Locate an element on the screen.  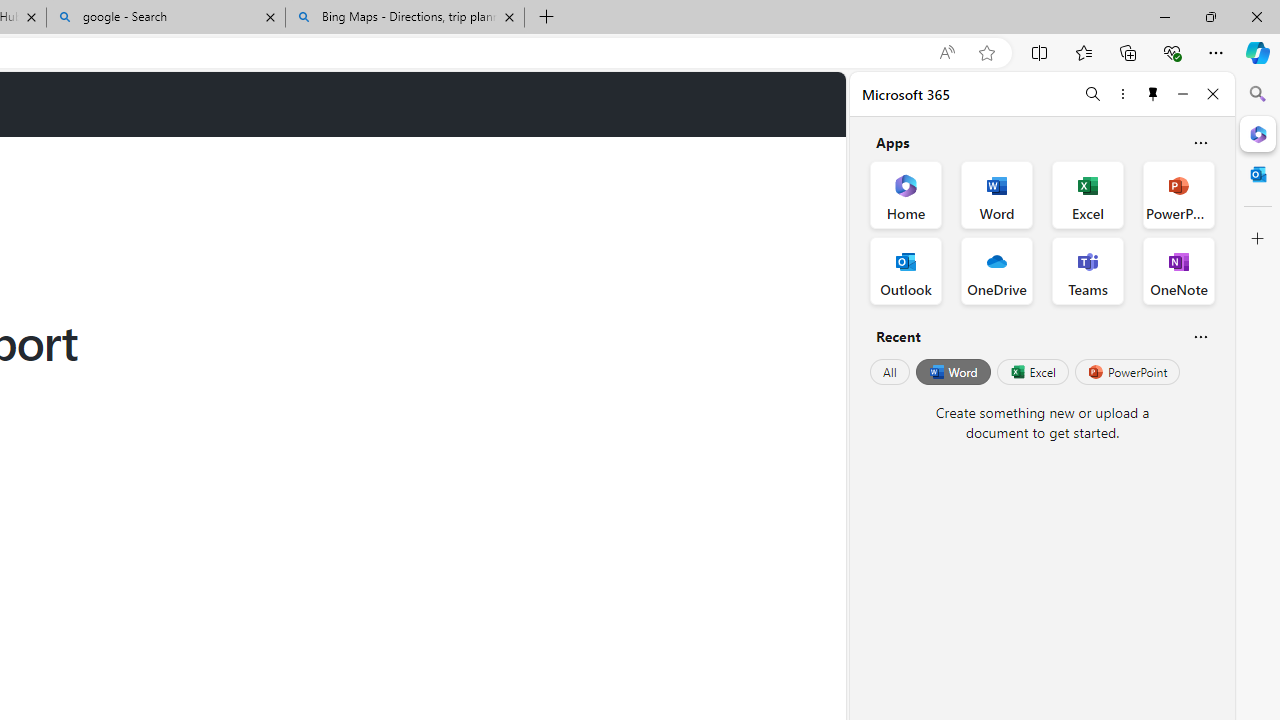
'Unpin side pane' is located at coordinates (1153, 93).